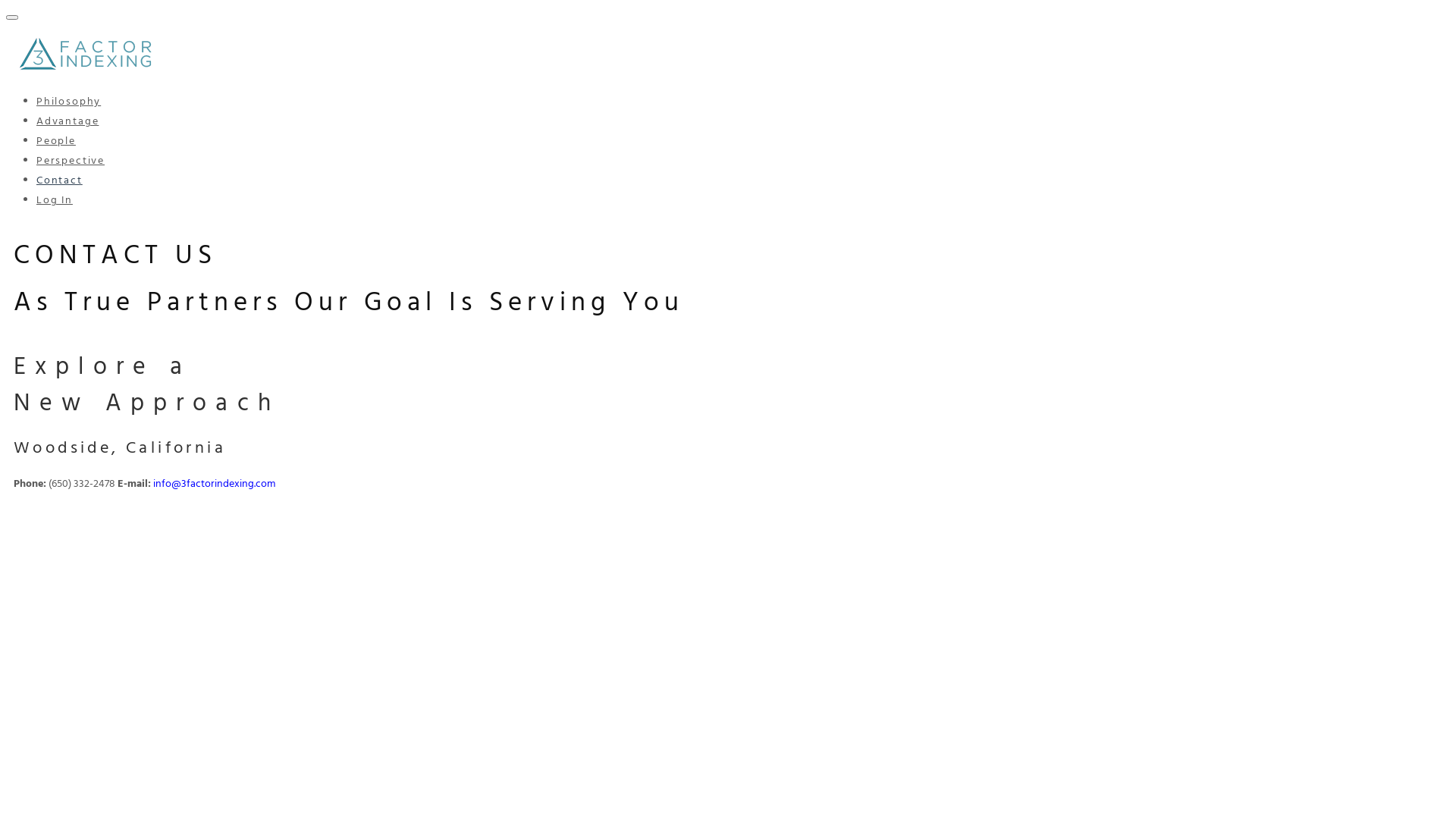  What do you see at coordinates (152, 484) in the screenshot?
I see `'info@3factorindexing.com'` at bounding box center [152, 484].